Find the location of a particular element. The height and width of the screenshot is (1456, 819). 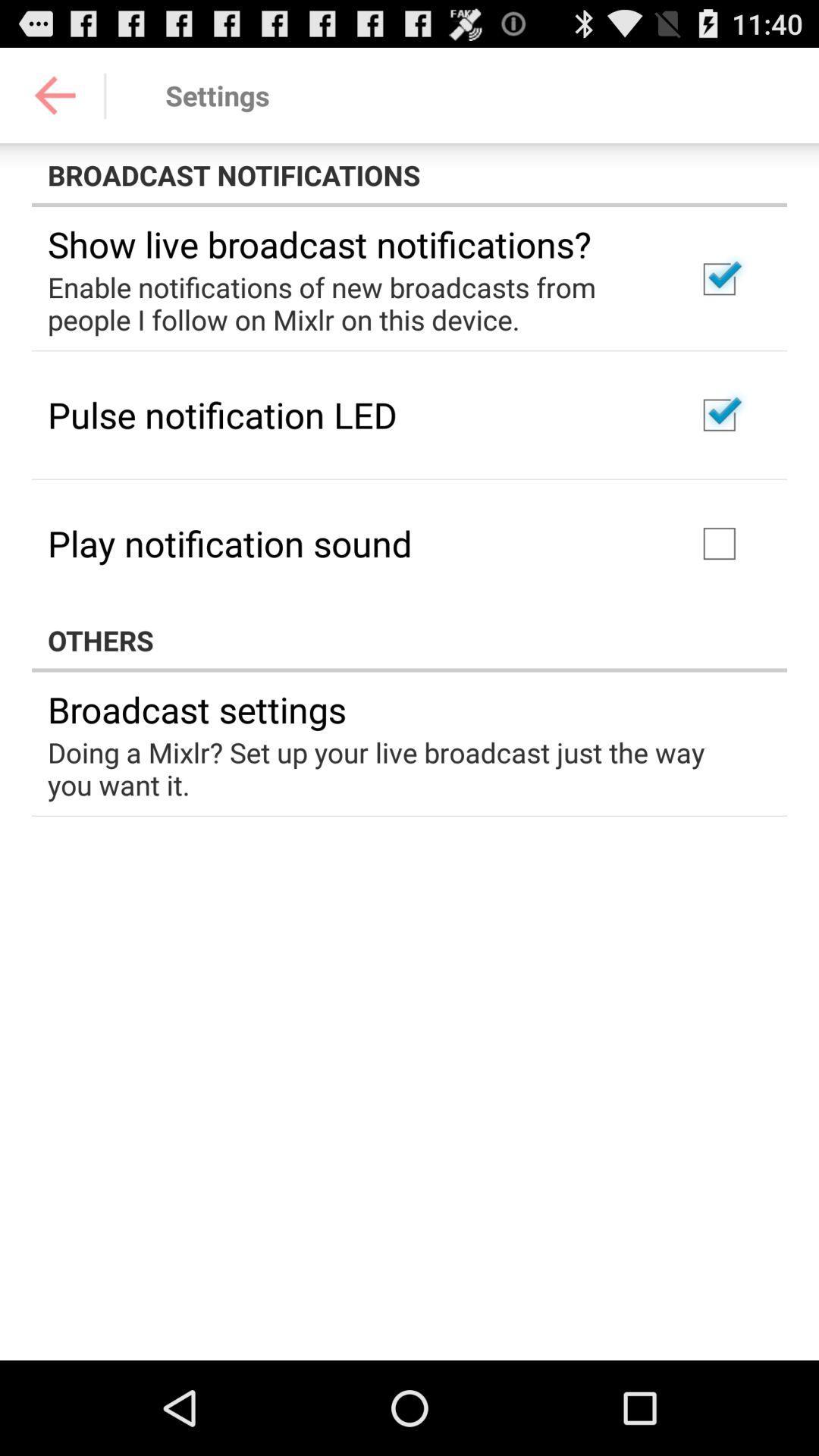

the others app is located at coordinates (409, 640).